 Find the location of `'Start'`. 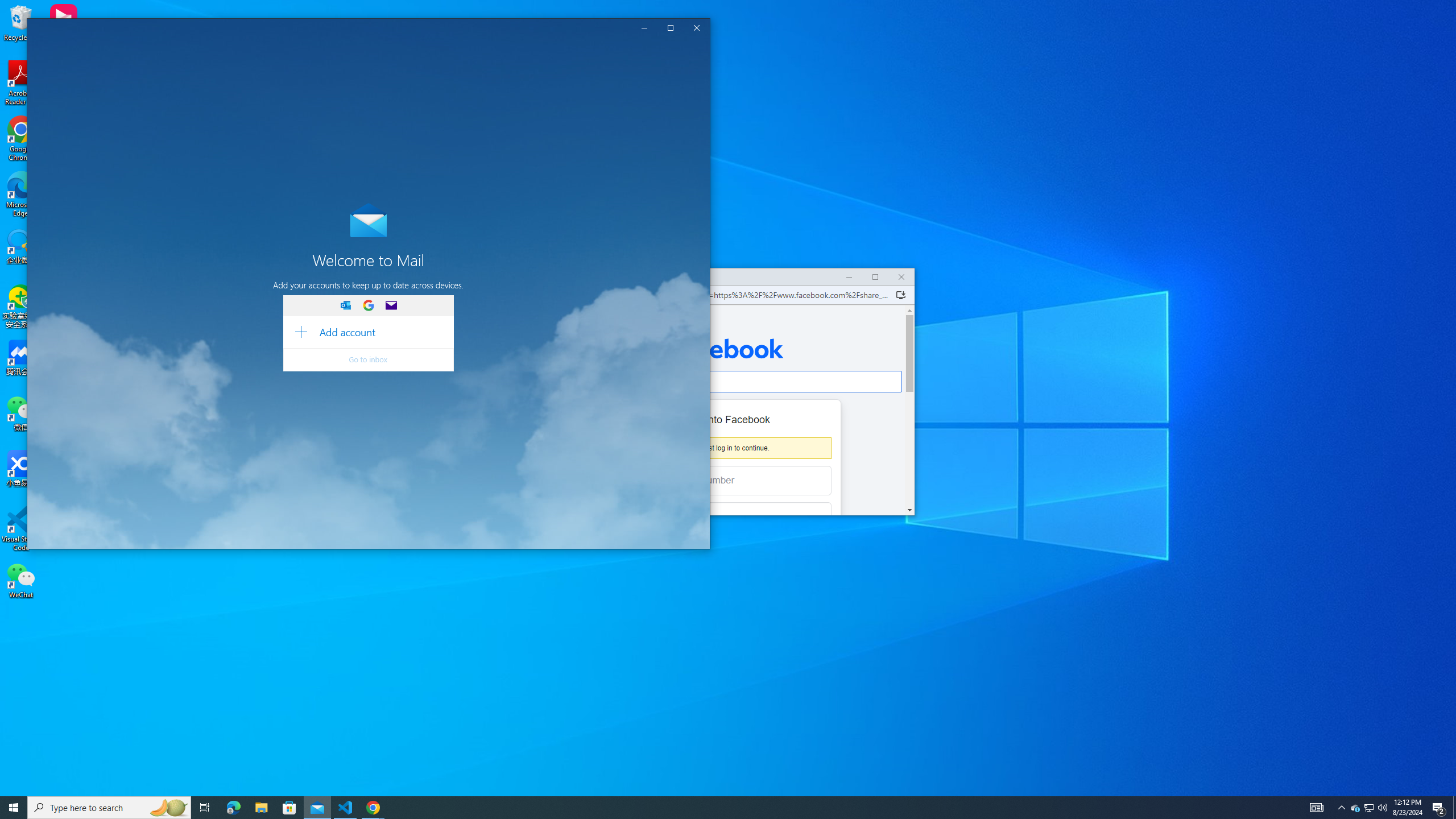

'Start' is located at coordinates (14, 806).